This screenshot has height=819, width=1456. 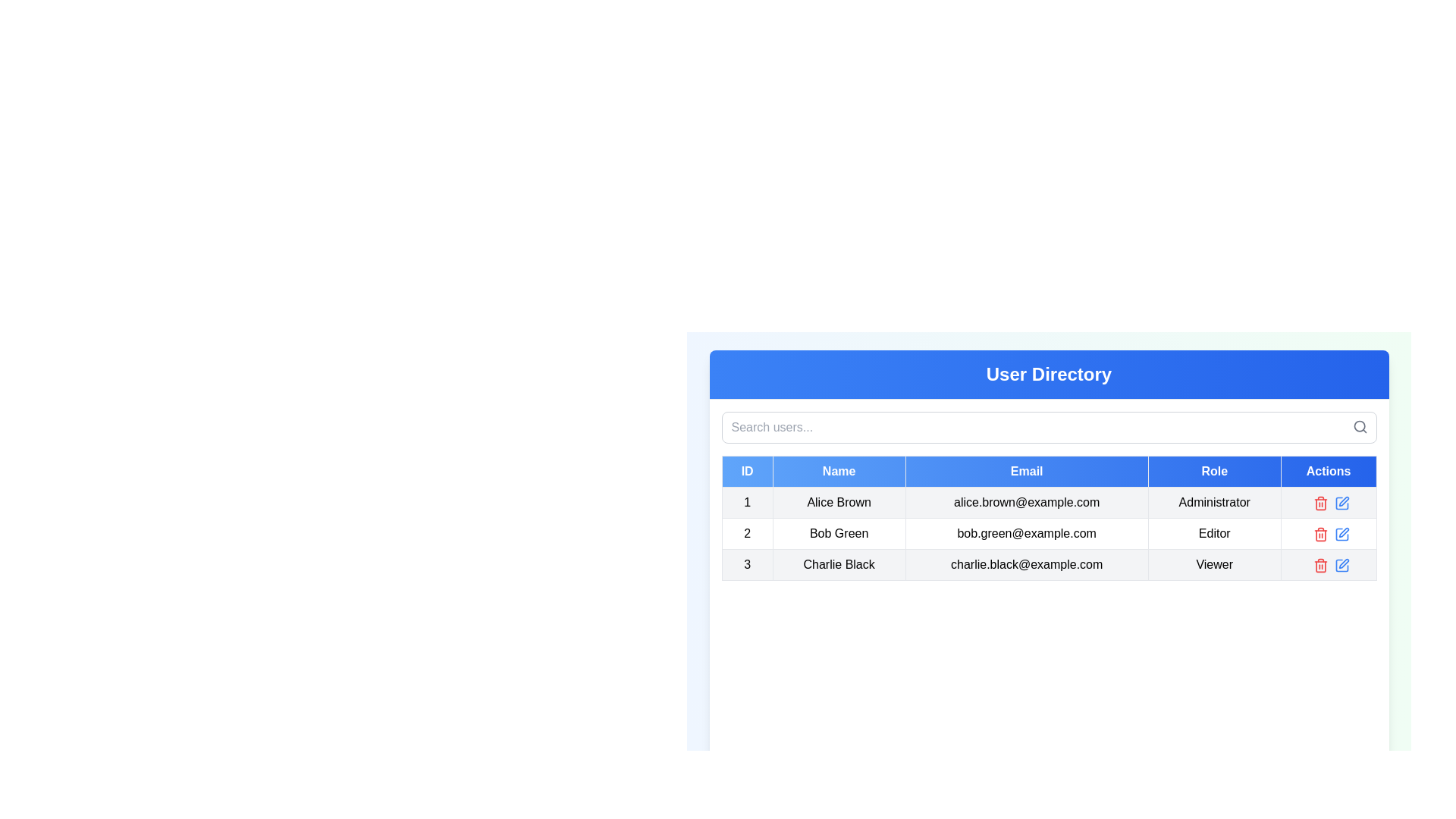 I want to click on the edit button located in the 'Actions' column of the last row for user 'Charlie Black', positioned to the right of the trash can icon, so click(x=1344, y=563).